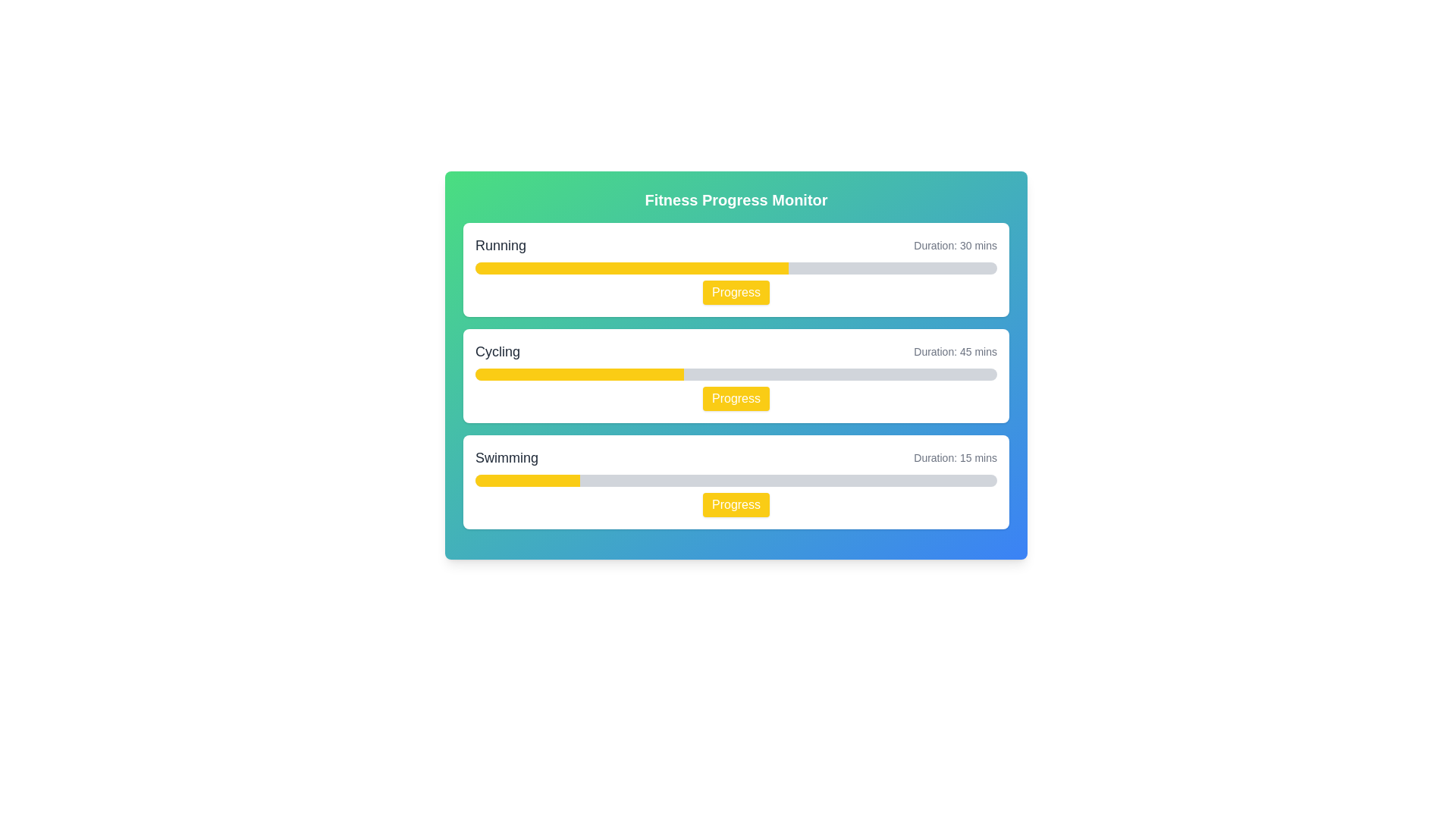  What do you see at coordinates (736, 397) in the screenshot?
I see `the yellow 'Progress' button located at the bottom-right corner of the 'Cycling' section` at bounding box center [736, 397].